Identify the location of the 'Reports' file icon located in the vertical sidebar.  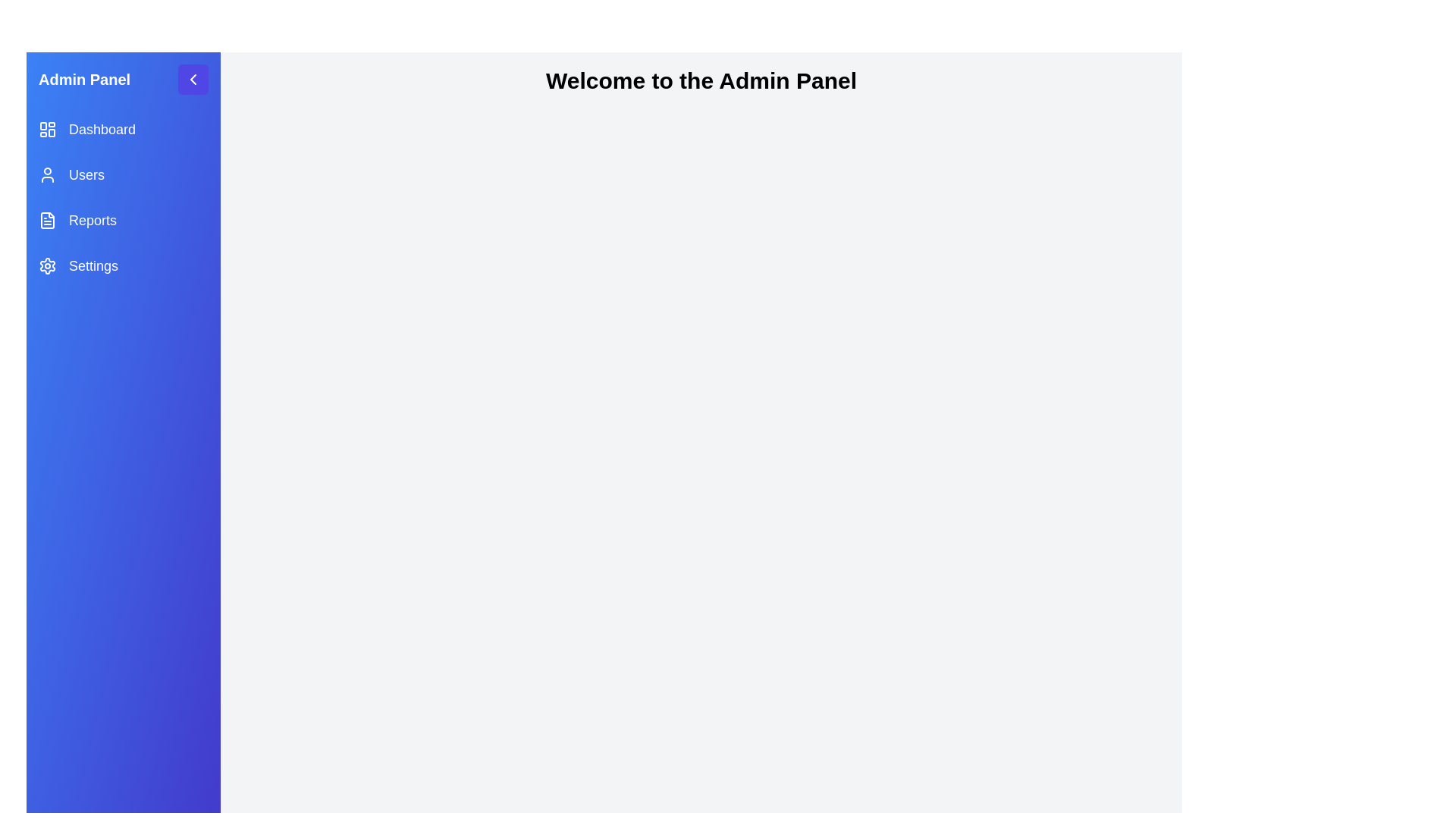
(47, 220).